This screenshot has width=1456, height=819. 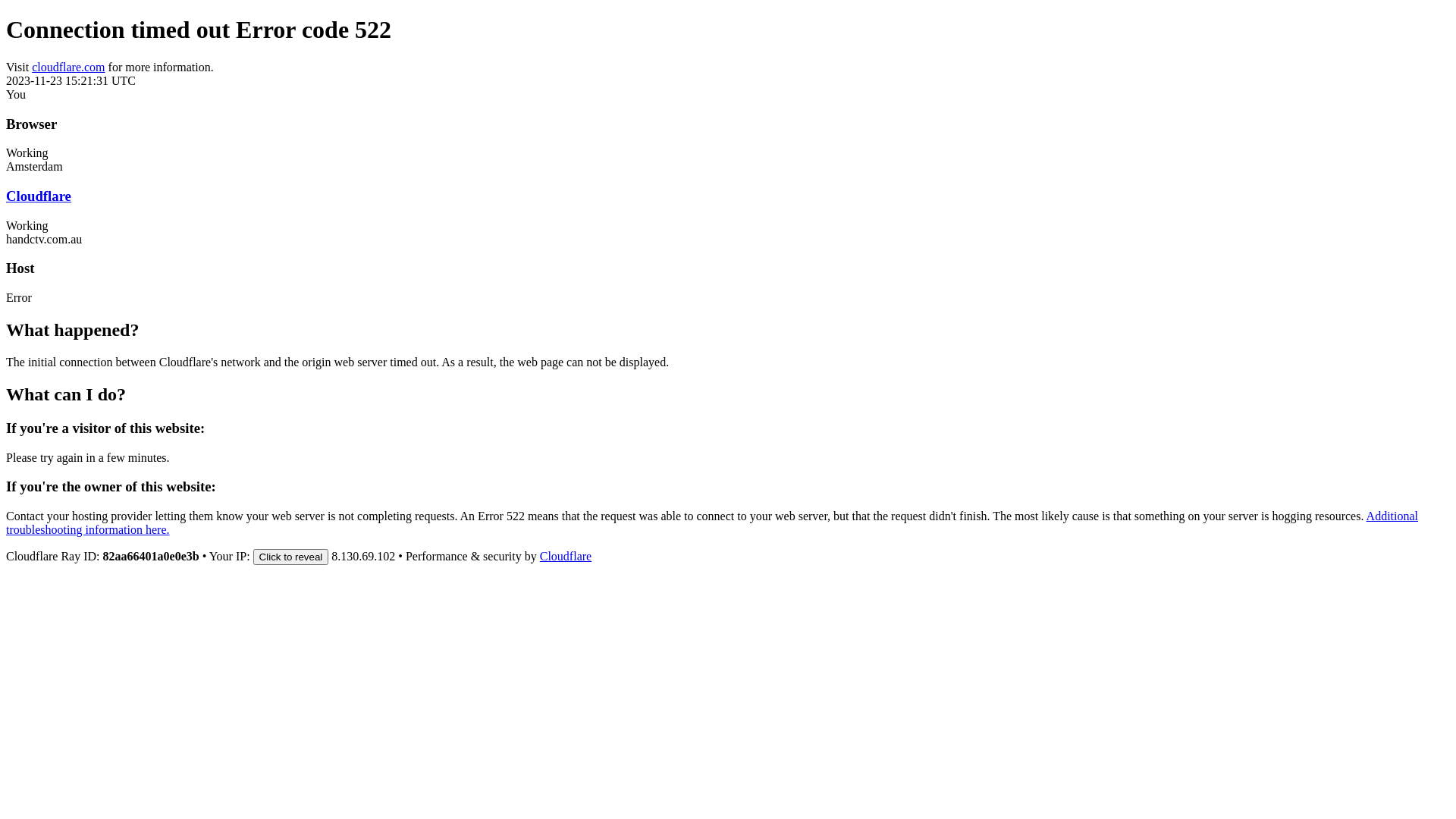 I want to click on 'cloudflare.com', so click(x=67, y=66).